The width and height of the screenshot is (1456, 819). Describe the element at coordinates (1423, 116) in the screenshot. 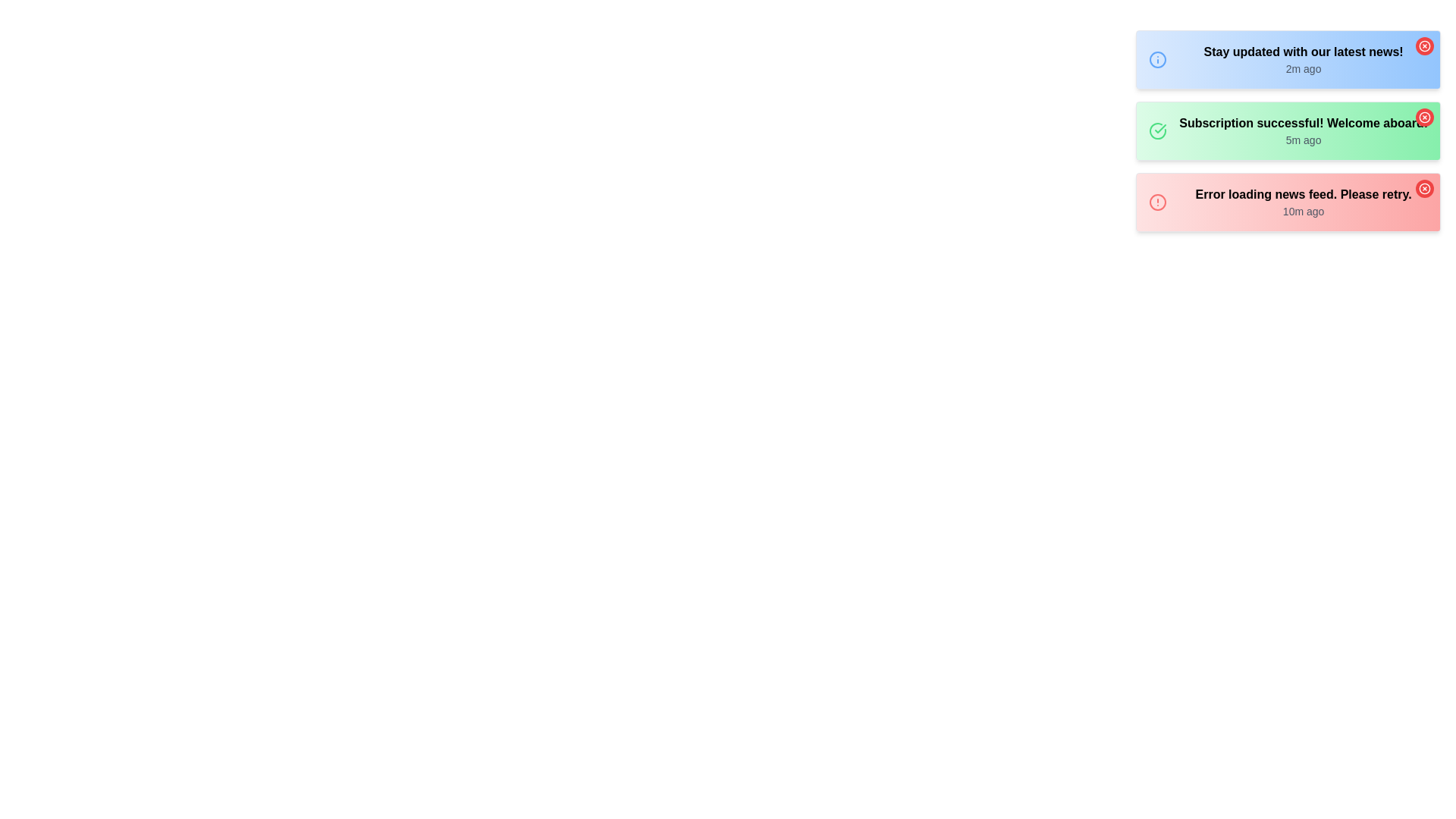

I see `the central circular component of the dismissal icon within the green notification entry, which is a vector graphic styled with a thin line stroke` at that location.